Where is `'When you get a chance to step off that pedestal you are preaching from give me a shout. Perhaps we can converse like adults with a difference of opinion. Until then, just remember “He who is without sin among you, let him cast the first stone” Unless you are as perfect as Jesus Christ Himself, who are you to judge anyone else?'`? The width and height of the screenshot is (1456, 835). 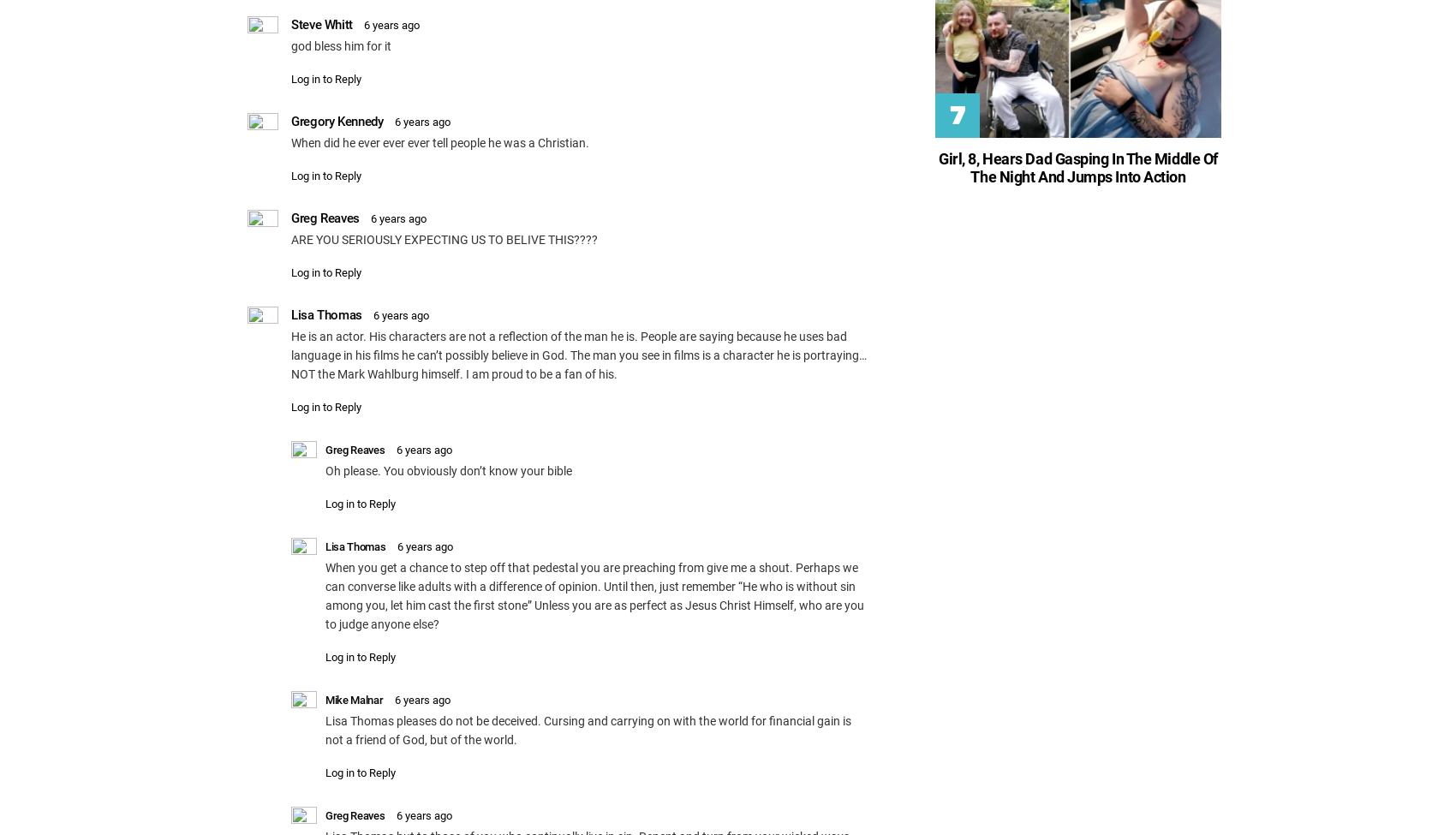 'When you get a chance to step off that pedestal you are preaching from give me a shout. Perhaps we can converse like adults with a difference of opinion. Until then, just remember “He who is without sin among you, let him cast the first stone” Unless you are as perfect as Jesus Christ Himself, who are you to judge anyone else?' is located at coordinates (594, 593).